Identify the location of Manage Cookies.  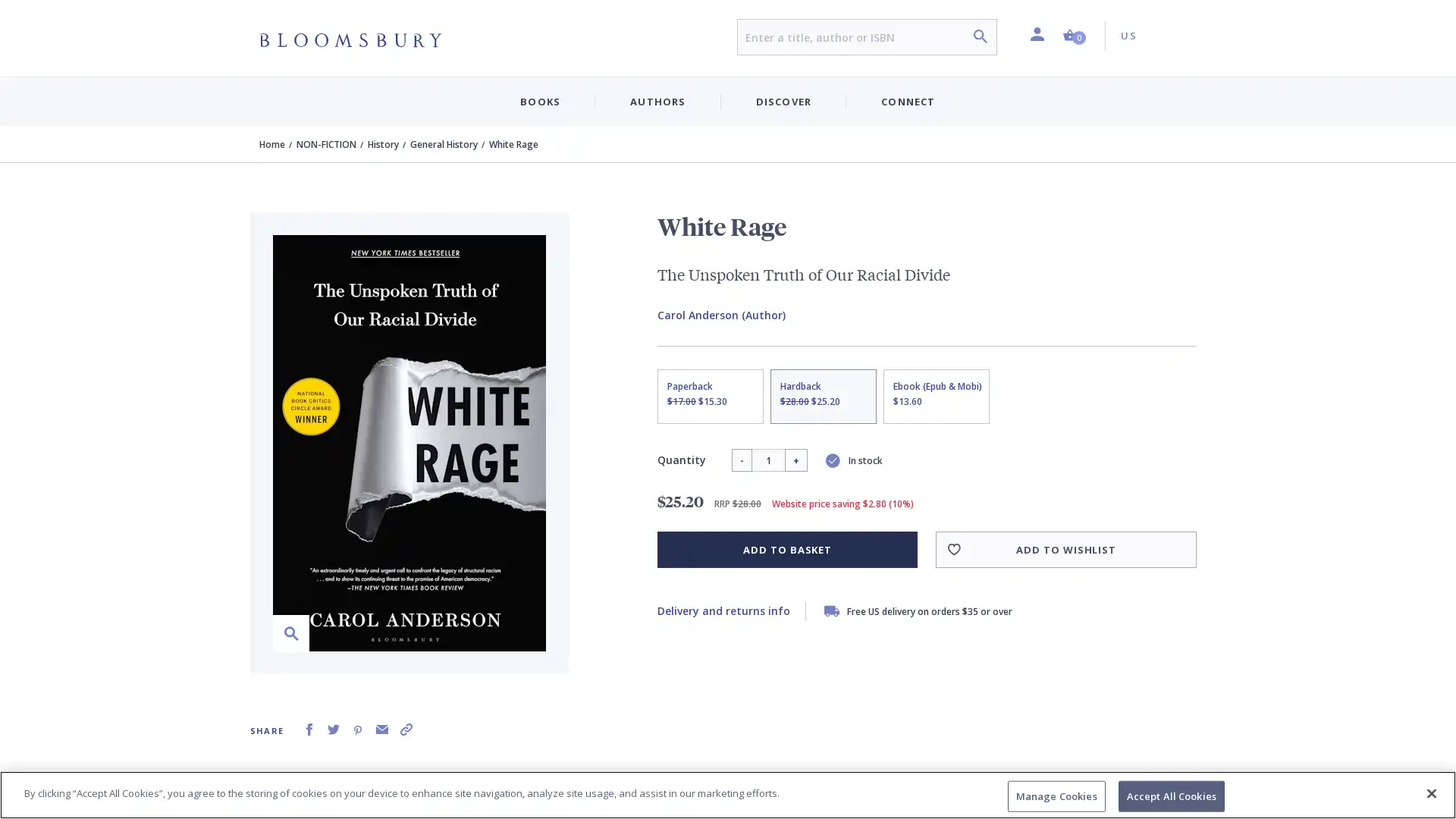
(1055, 795).